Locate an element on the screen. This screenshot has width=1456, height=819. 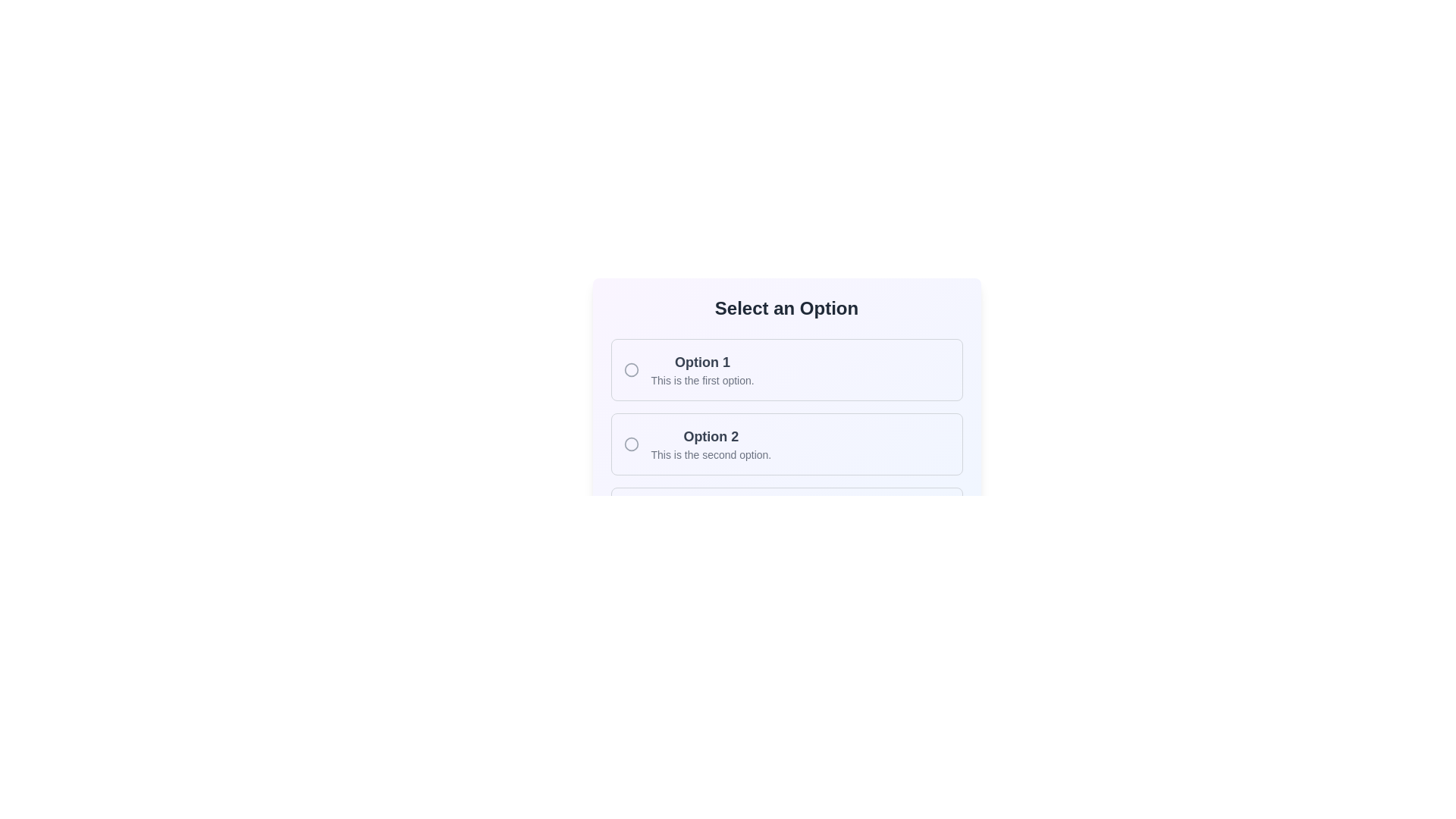
the decorative SVG Circle element located near the bottom of the interface, beneath the options section is located at coordinates (631, 517).